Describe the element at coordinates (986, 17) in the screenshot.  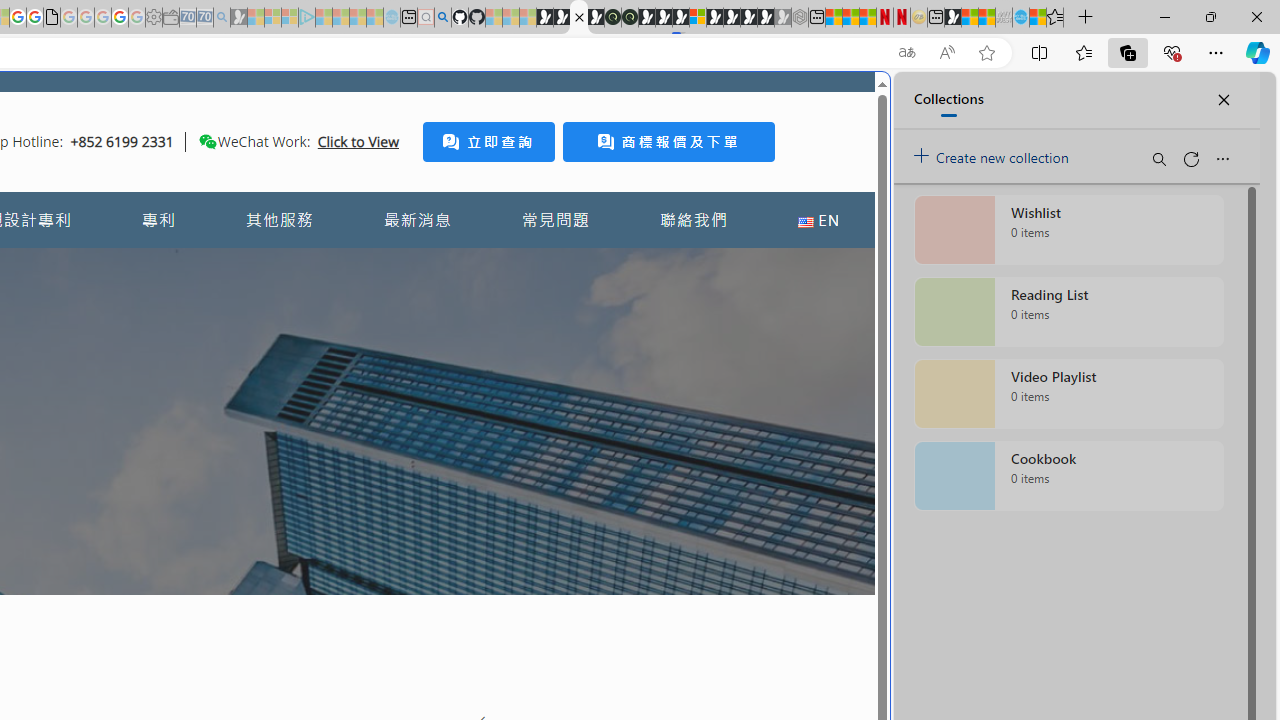
I see `'Earth has six continents not seven, radical new study claims'` at that location.